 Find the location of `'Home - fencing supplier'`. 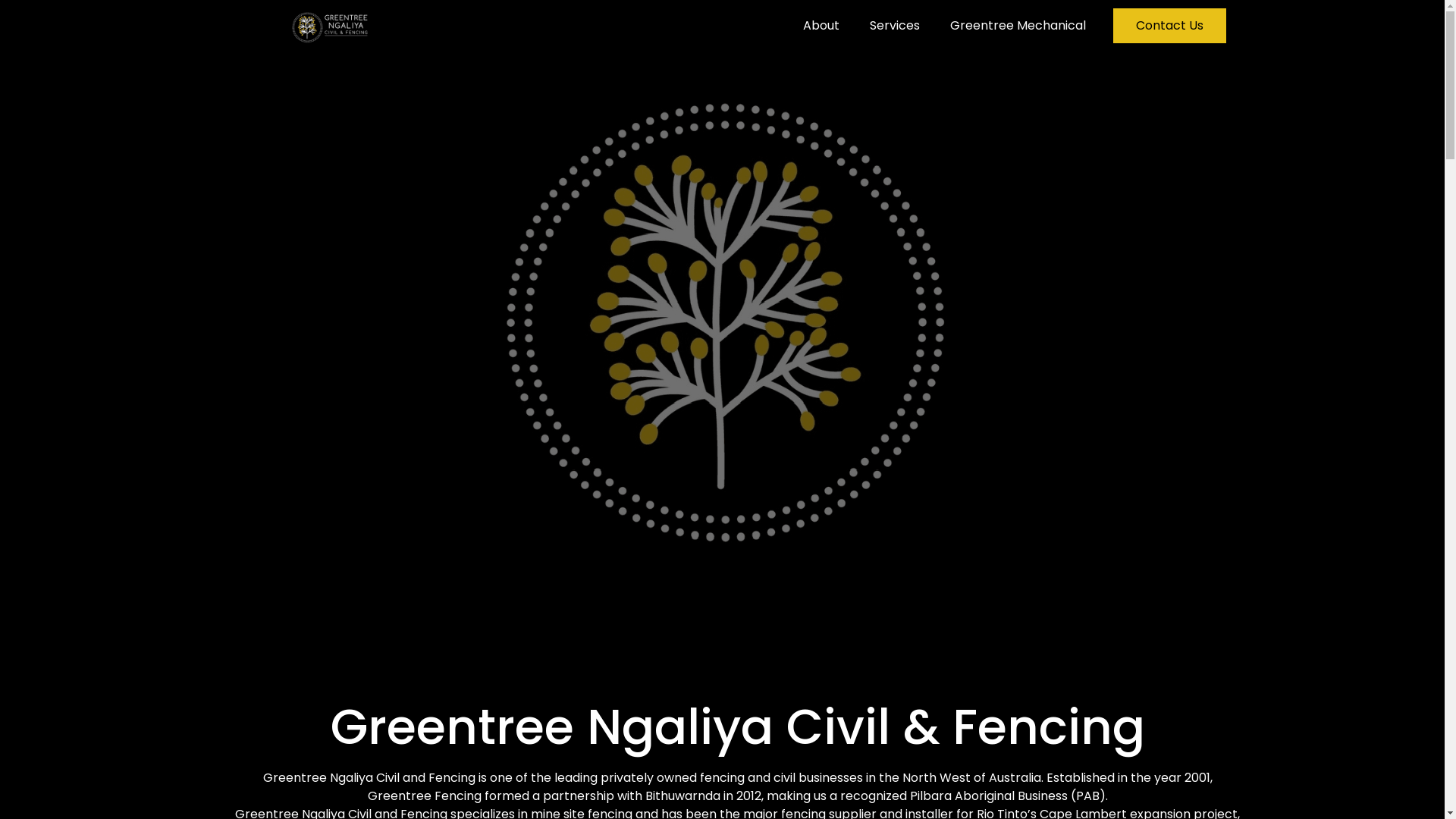

'Home - fencing supplier' is located at coordinates (721, 314).